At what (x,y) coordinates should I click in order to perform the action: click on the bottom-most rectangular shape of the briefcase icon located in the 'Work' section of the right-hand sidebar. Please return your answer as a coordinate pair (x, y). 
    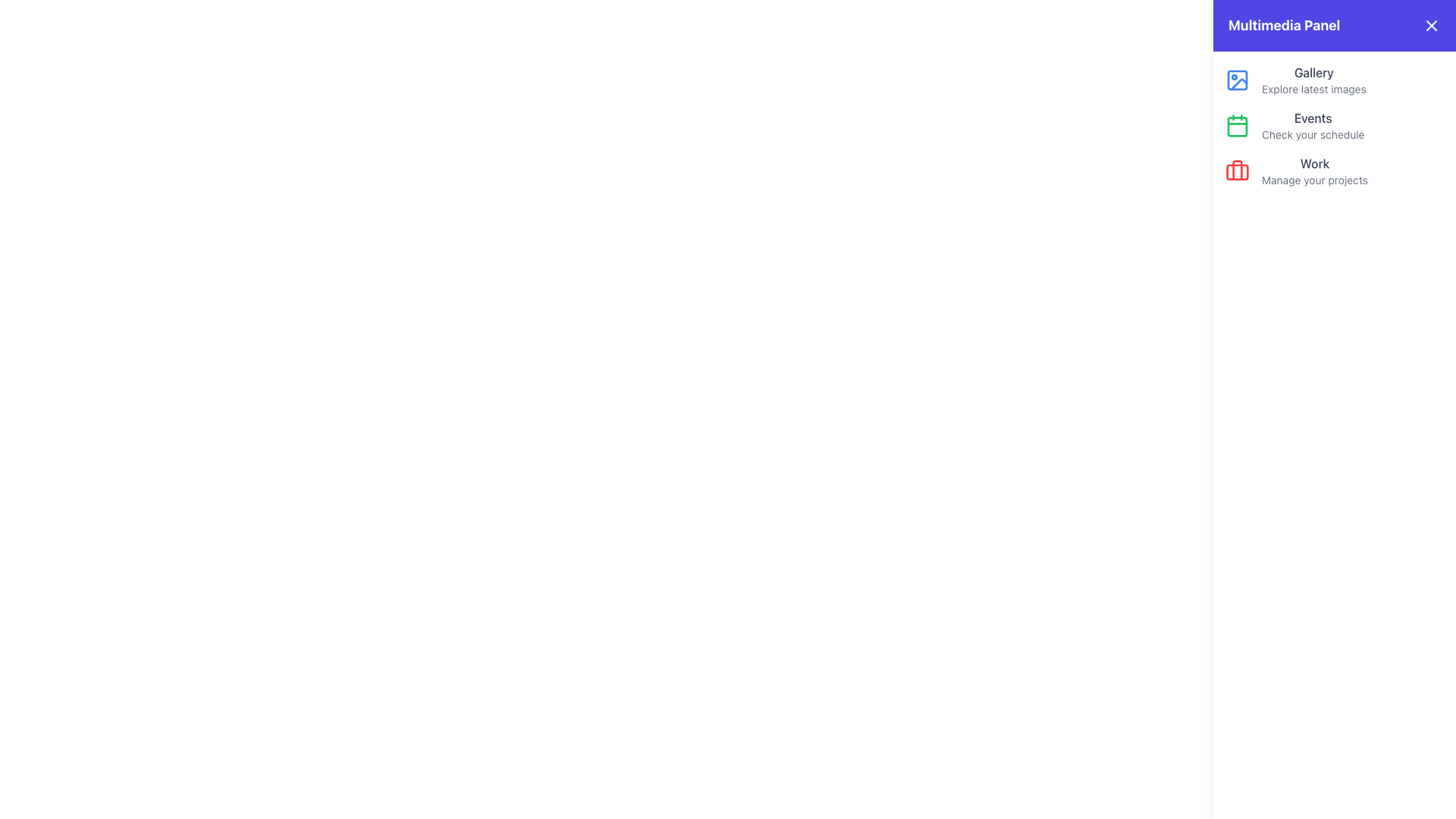
    Looking at the image, I should click on (1238, 171).